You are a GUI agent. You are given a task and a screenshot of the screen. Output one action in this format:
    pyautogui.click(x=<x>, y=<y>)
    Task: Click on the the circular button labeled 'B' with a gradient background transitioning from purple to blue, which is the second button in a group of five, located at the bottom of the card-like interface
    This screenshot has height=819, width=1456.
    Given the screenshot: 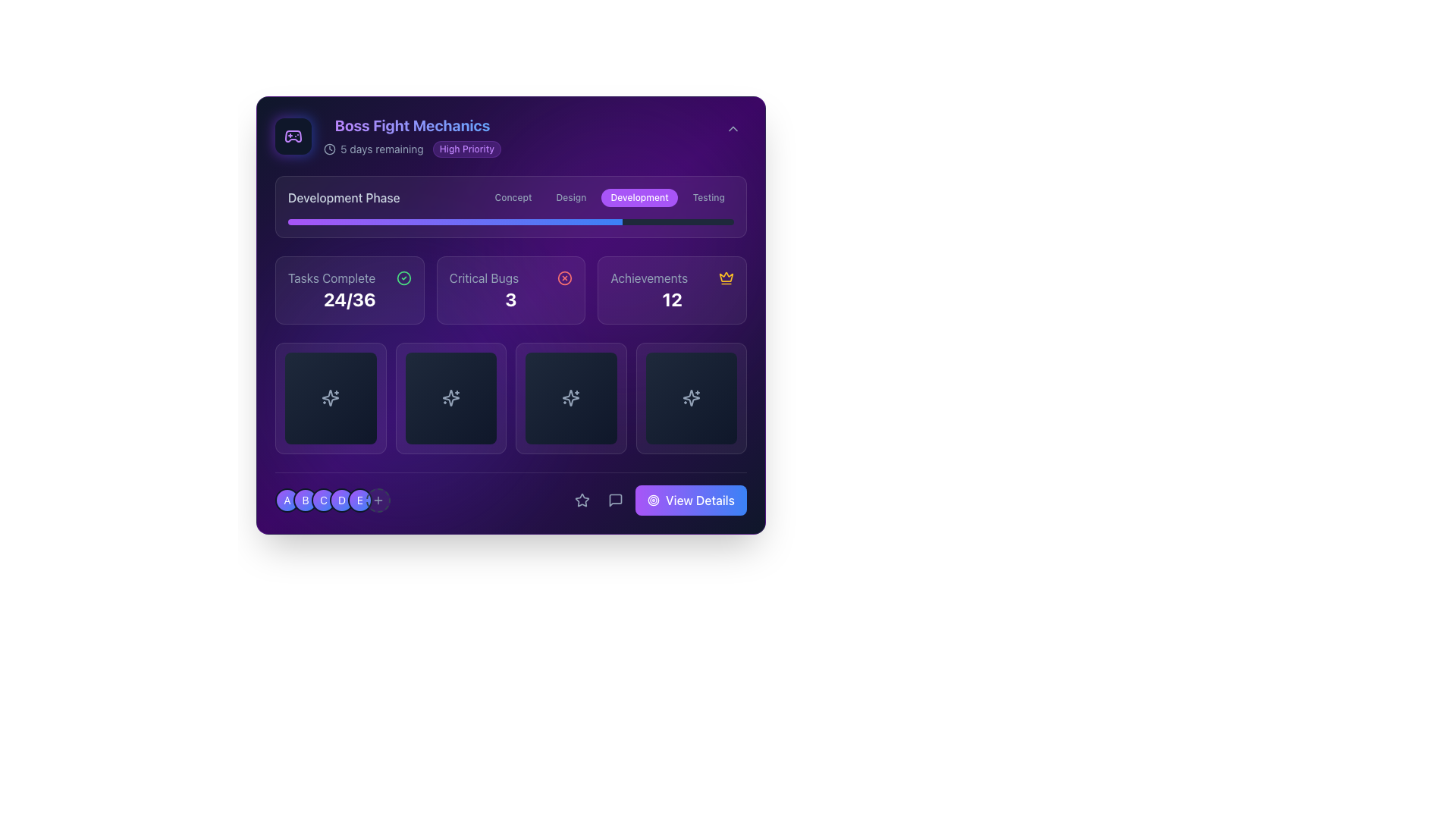 What is the action you would take?
    pyautogui.click(x=305, y=500)
    